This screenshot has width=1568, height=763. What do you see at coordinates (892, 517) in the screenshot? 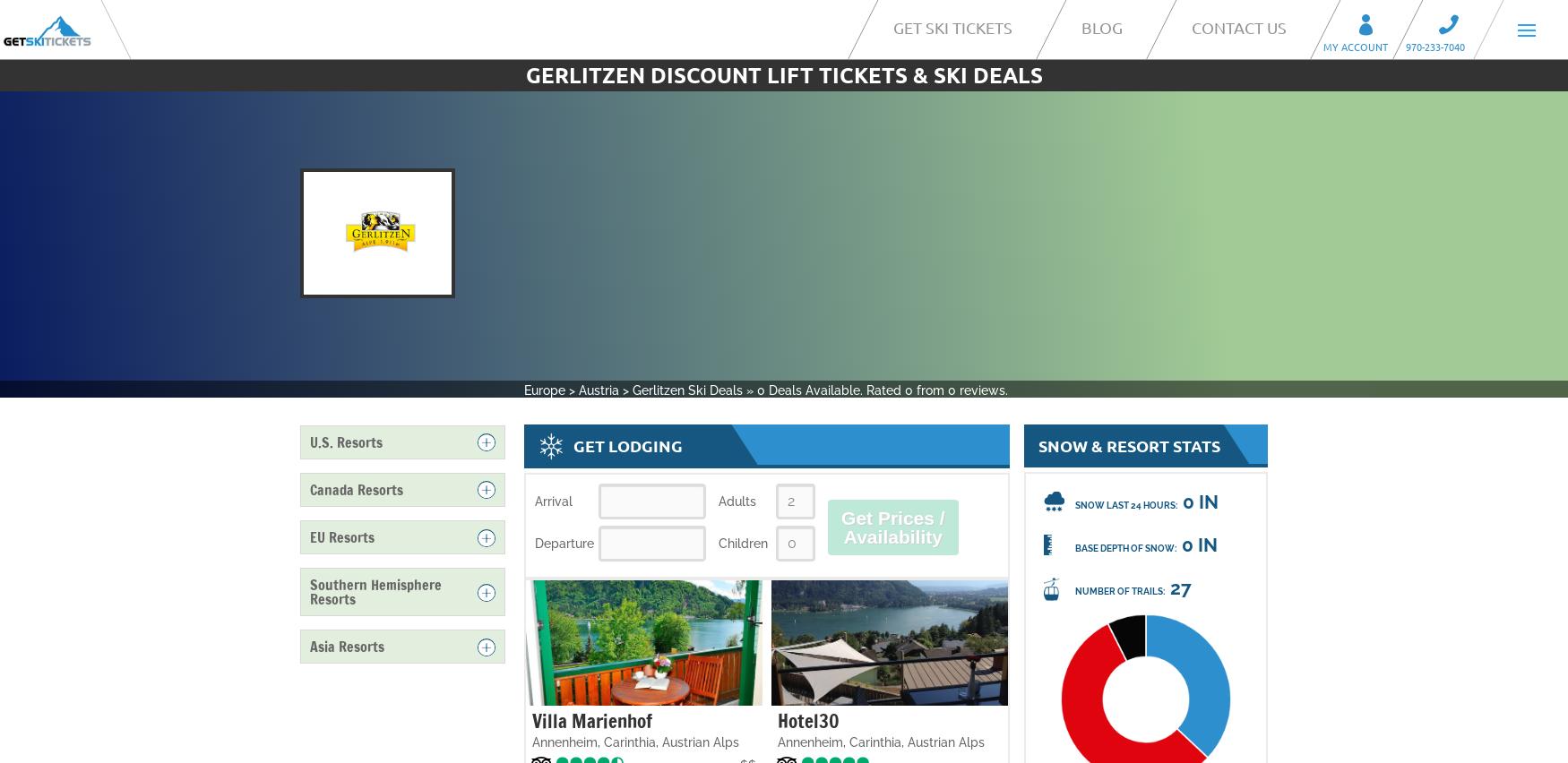
I see `'Get Prices /'` at bounding box center [892, 517].